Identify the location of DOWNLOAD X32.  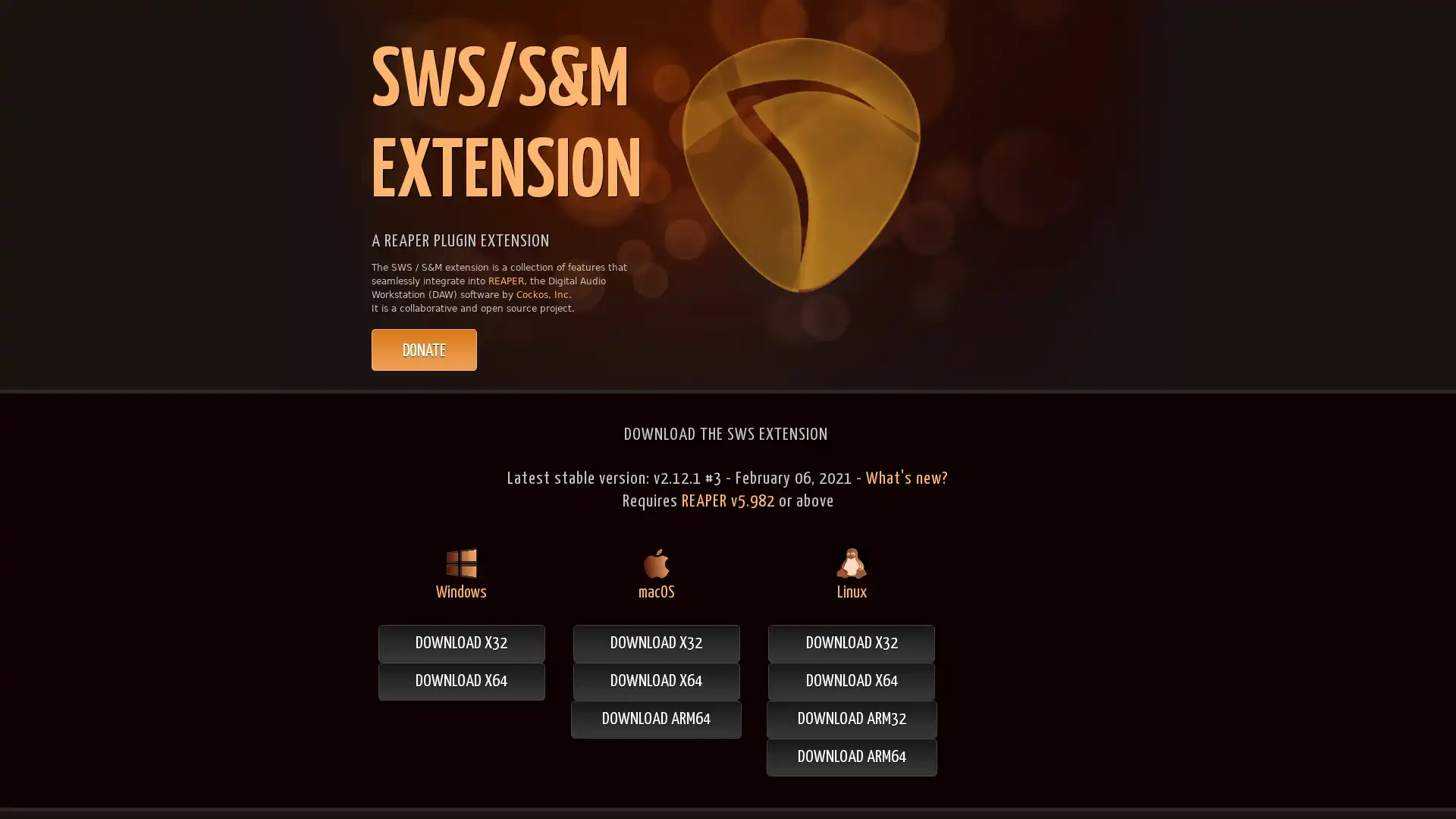
(728, 643).